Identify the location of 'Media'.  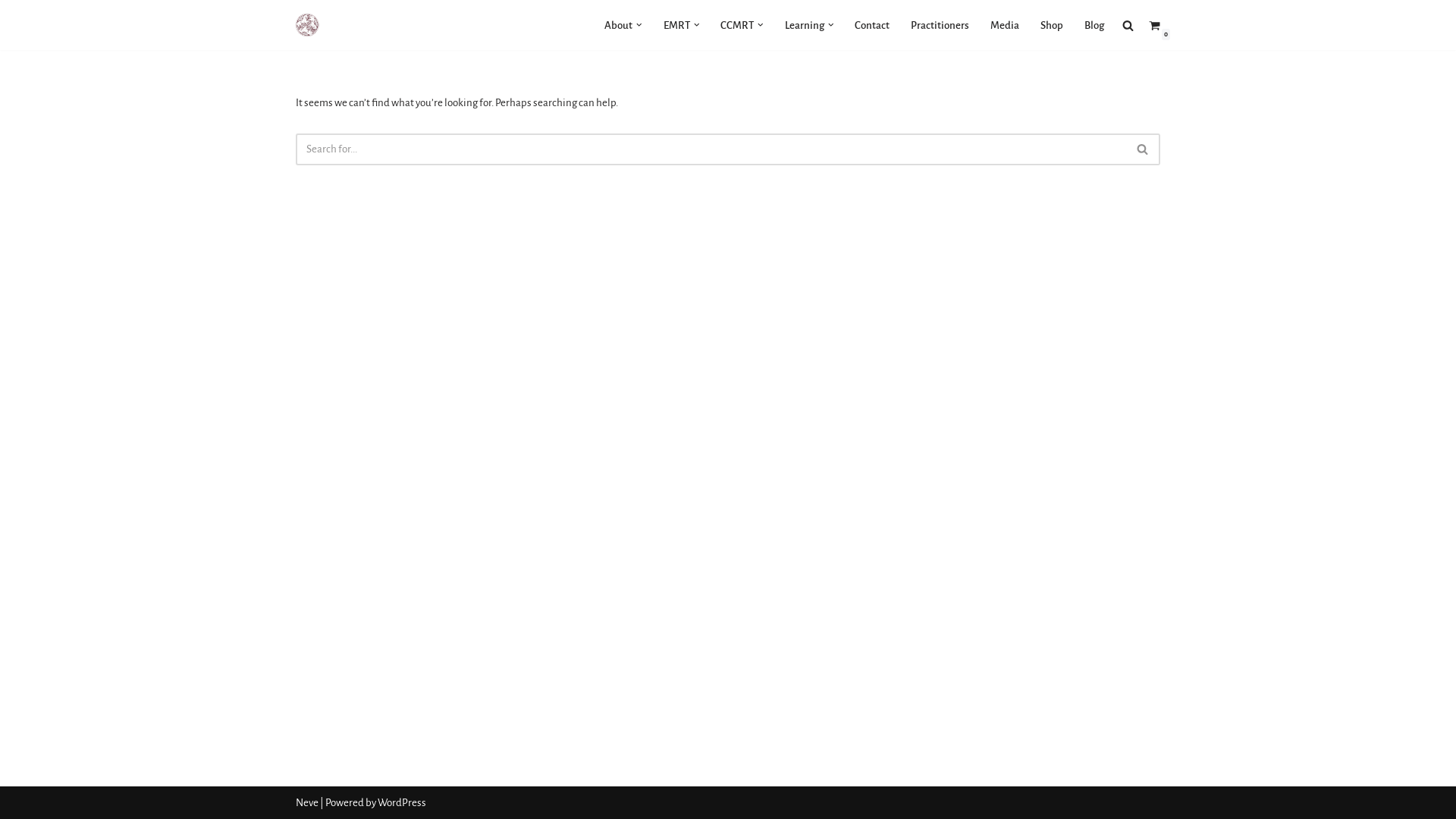
(1004, 24).